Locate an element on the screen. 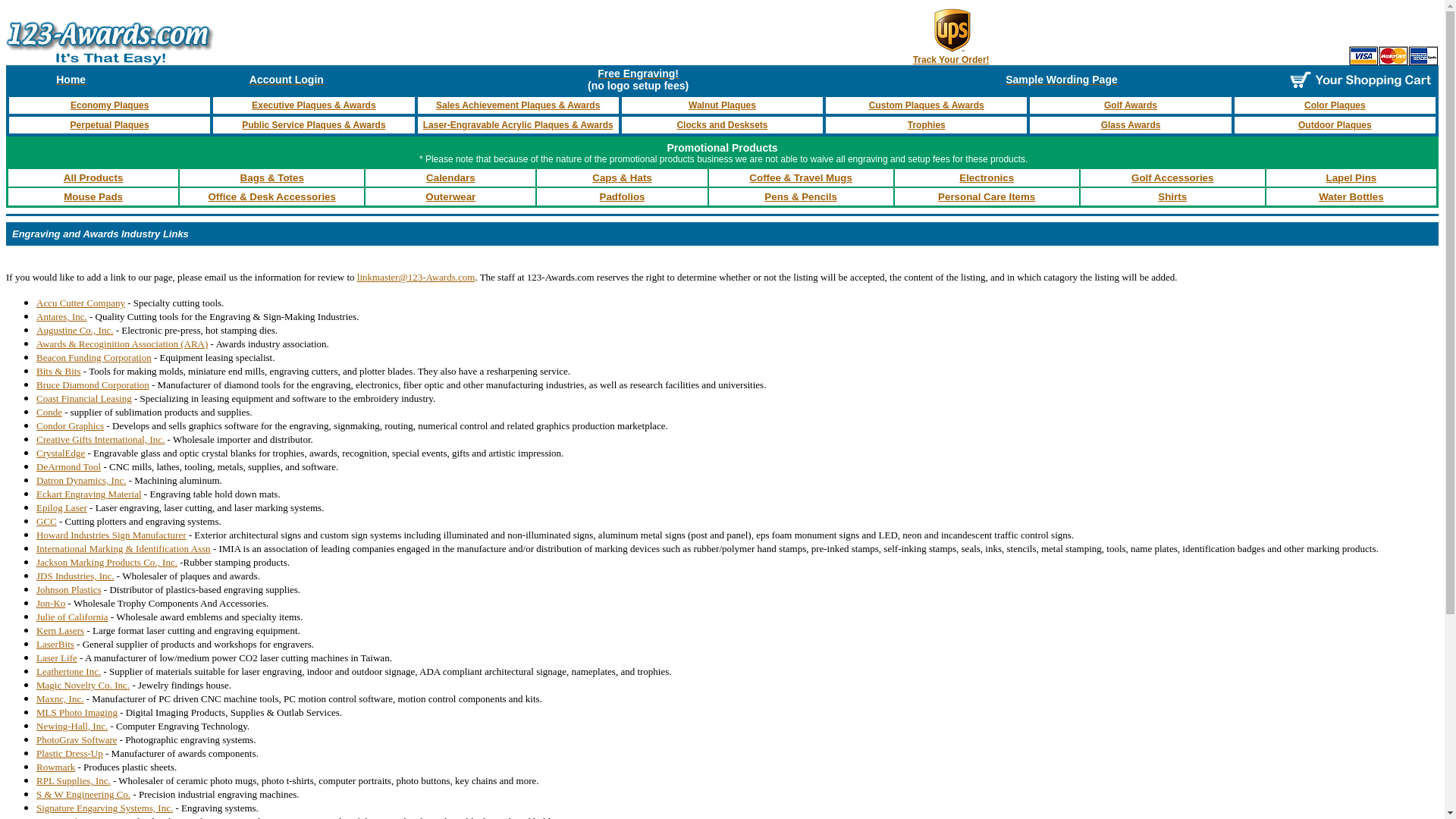  'Kern Lasers' is located at coordinates (60, 630).